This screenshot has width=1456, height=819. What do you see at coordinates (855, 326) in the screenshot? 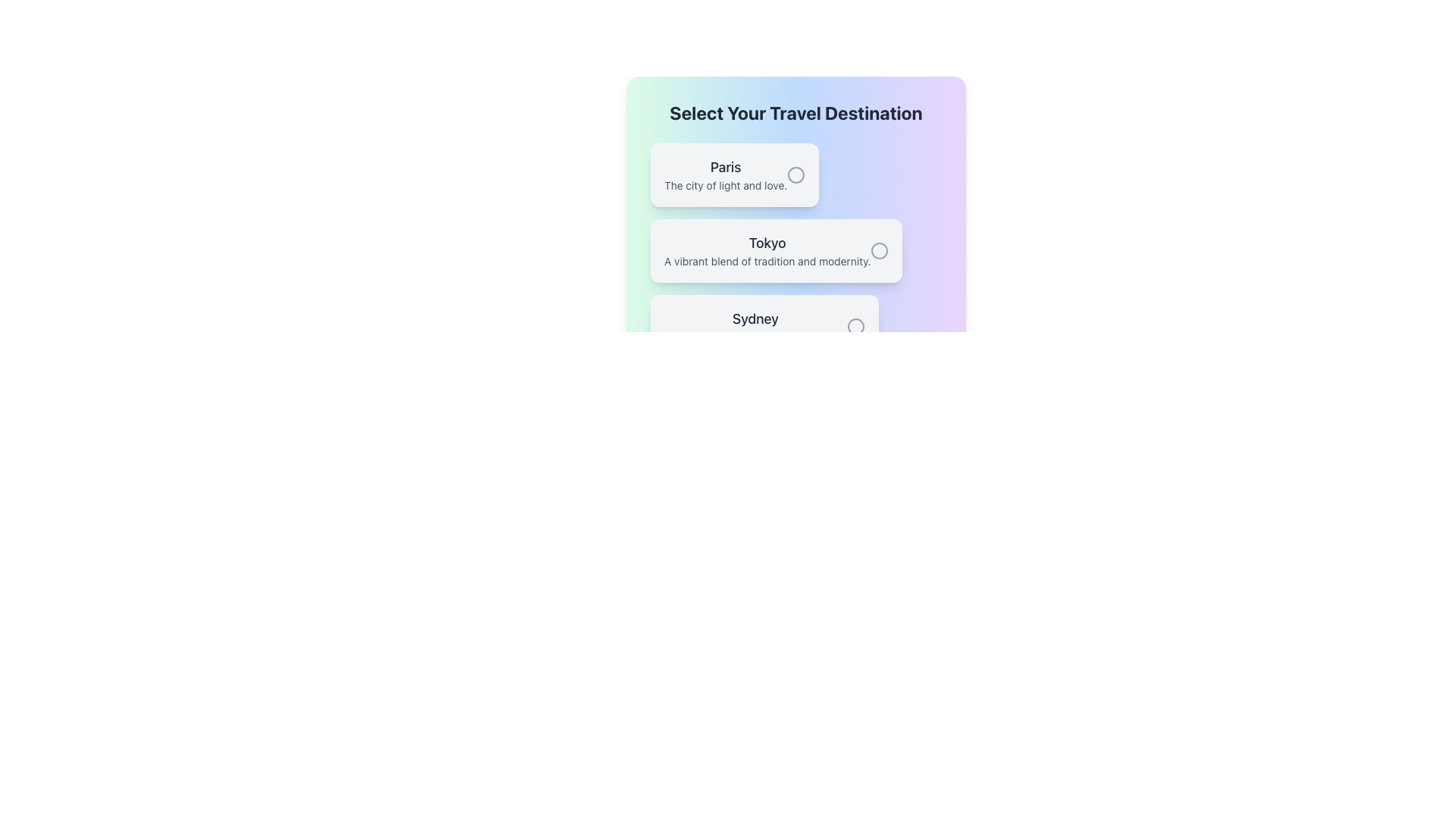
I see `the inner circle of the radio button associated with the 'Sydney' travel option` at bounding box center [855, 326].